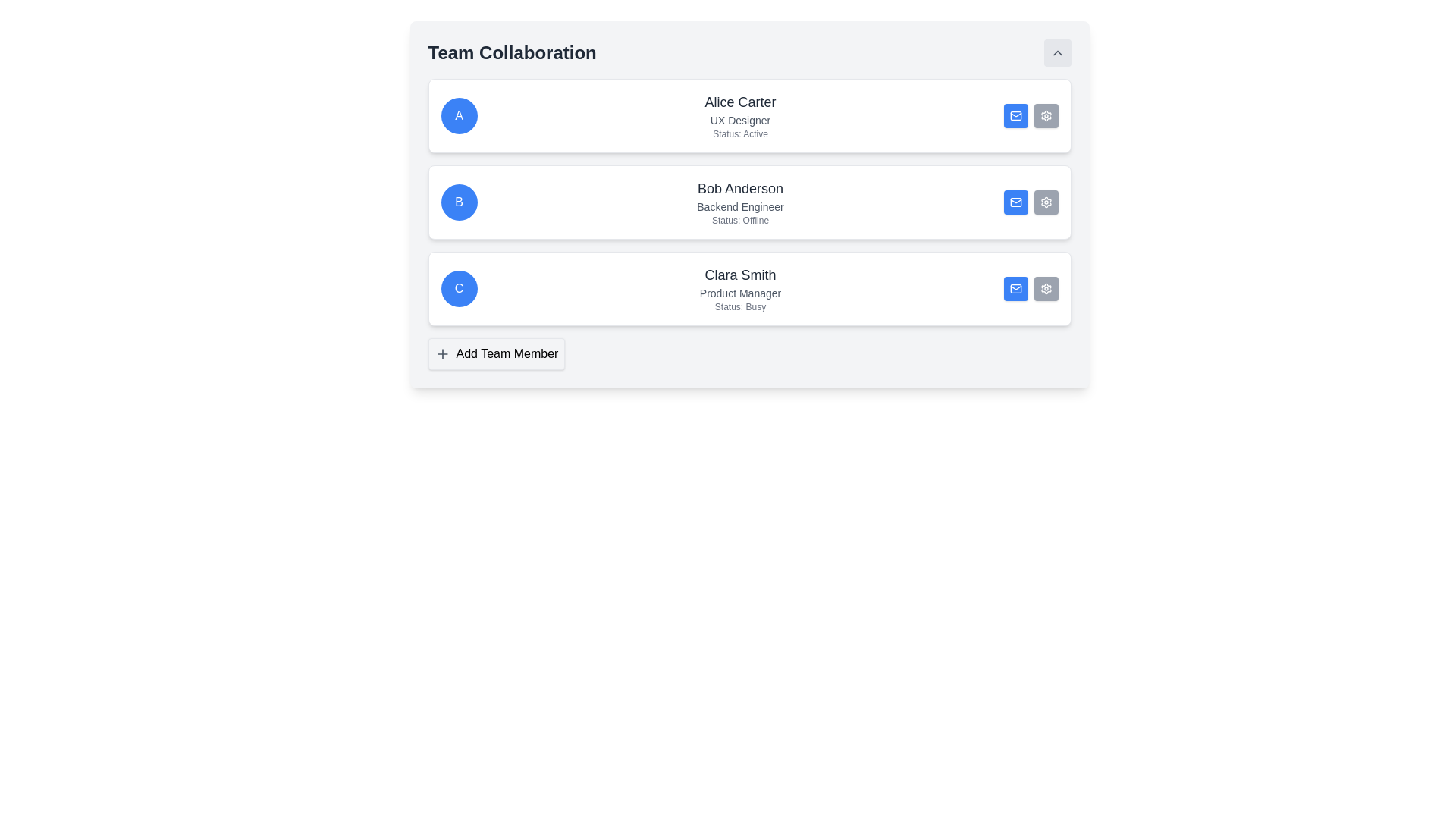 Image resolution: width=1456 pixels, height=819 pixels. Describe the element at coordinates (1045, 289) in the screenshot. I see `the settings button with a gear icon located on the far right side of Clara Smith's row in the team collaboration interface` at that location.